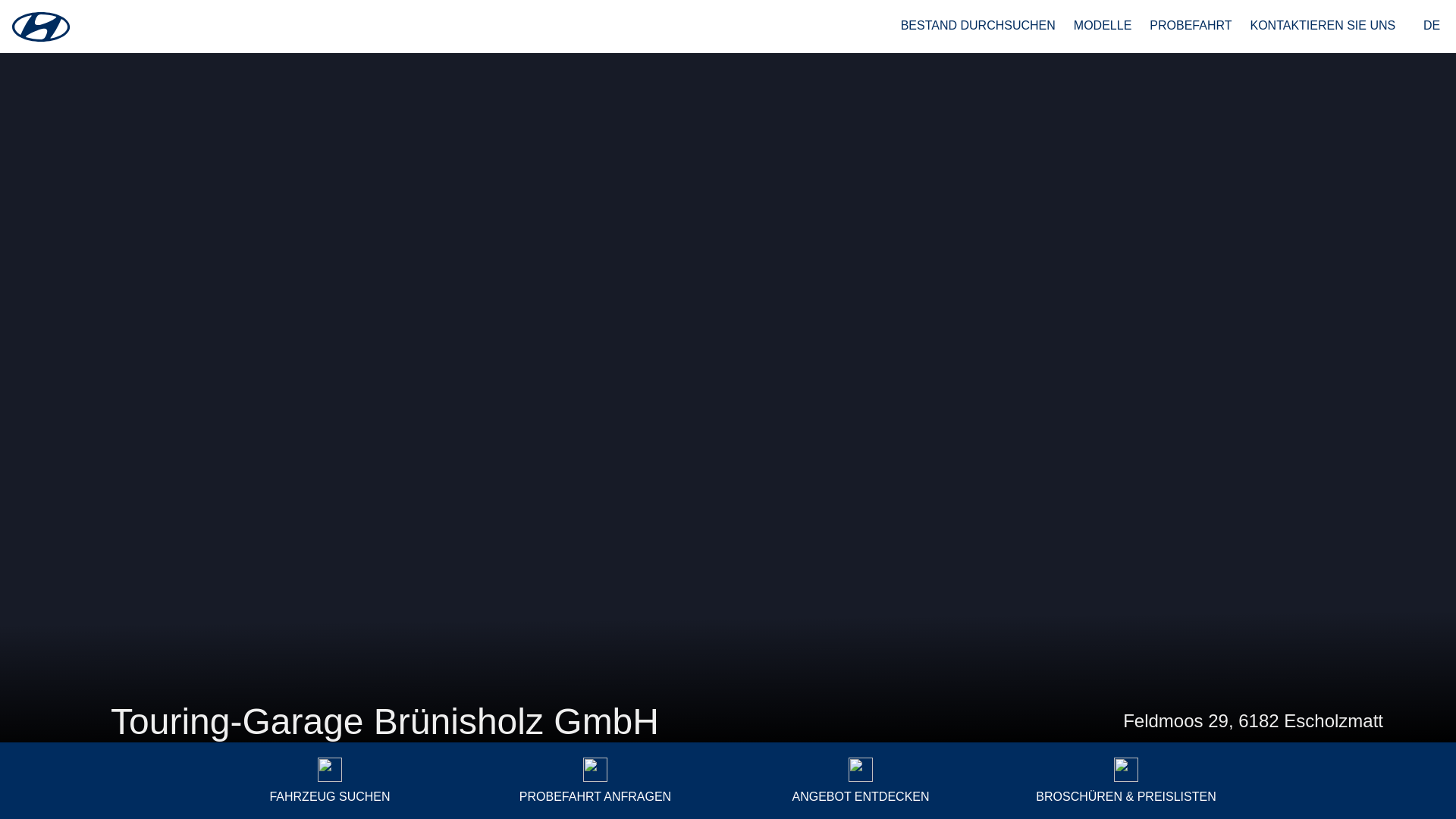  I want to click on 'MODELLE', so click(1073, 26).